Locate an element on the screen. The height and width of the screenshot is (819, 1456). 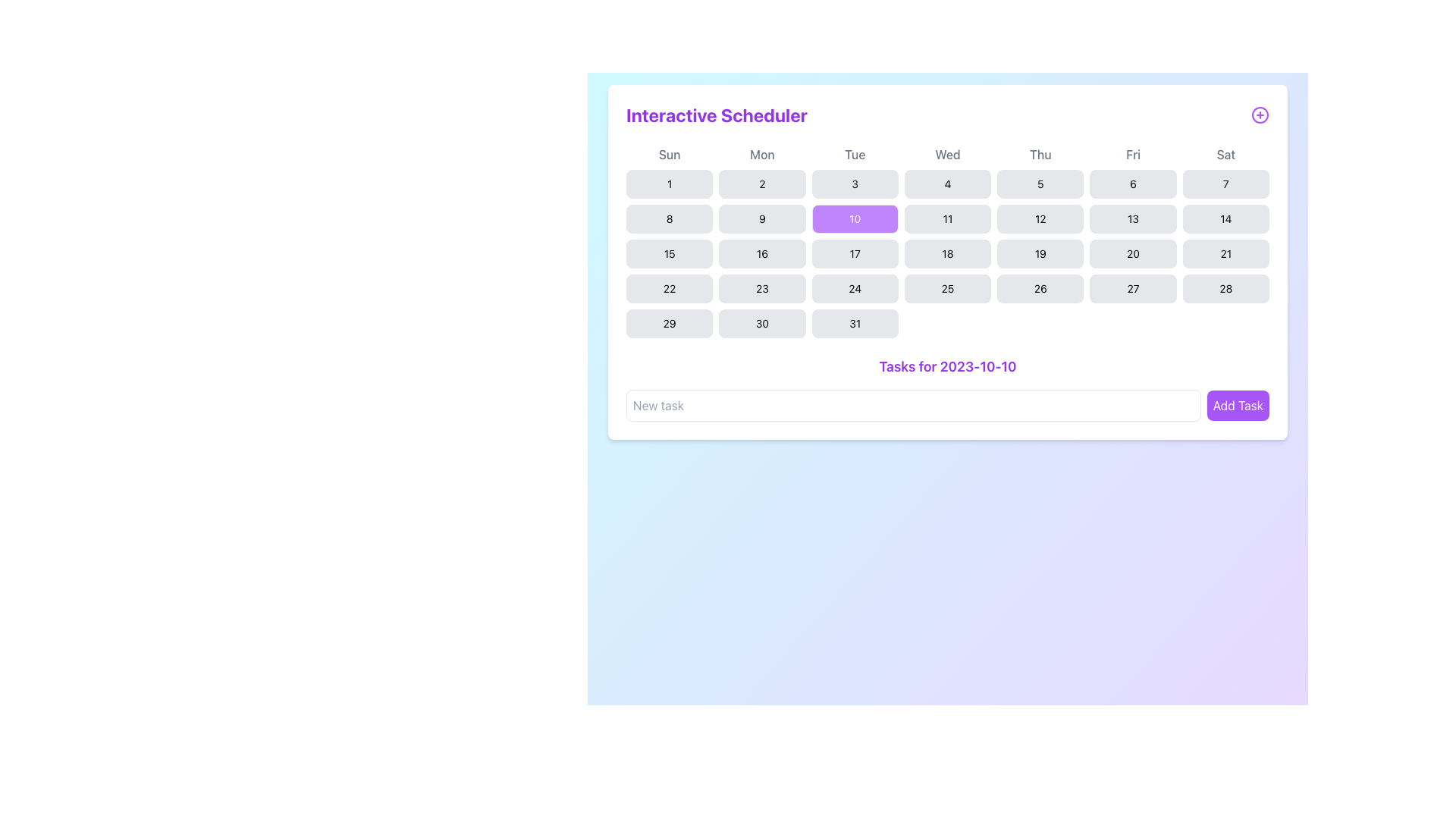
the Text Label for Saturdays in the calendar header, which is the rightmost element indicating Saturday's events is located at coordinates (1225, 155).